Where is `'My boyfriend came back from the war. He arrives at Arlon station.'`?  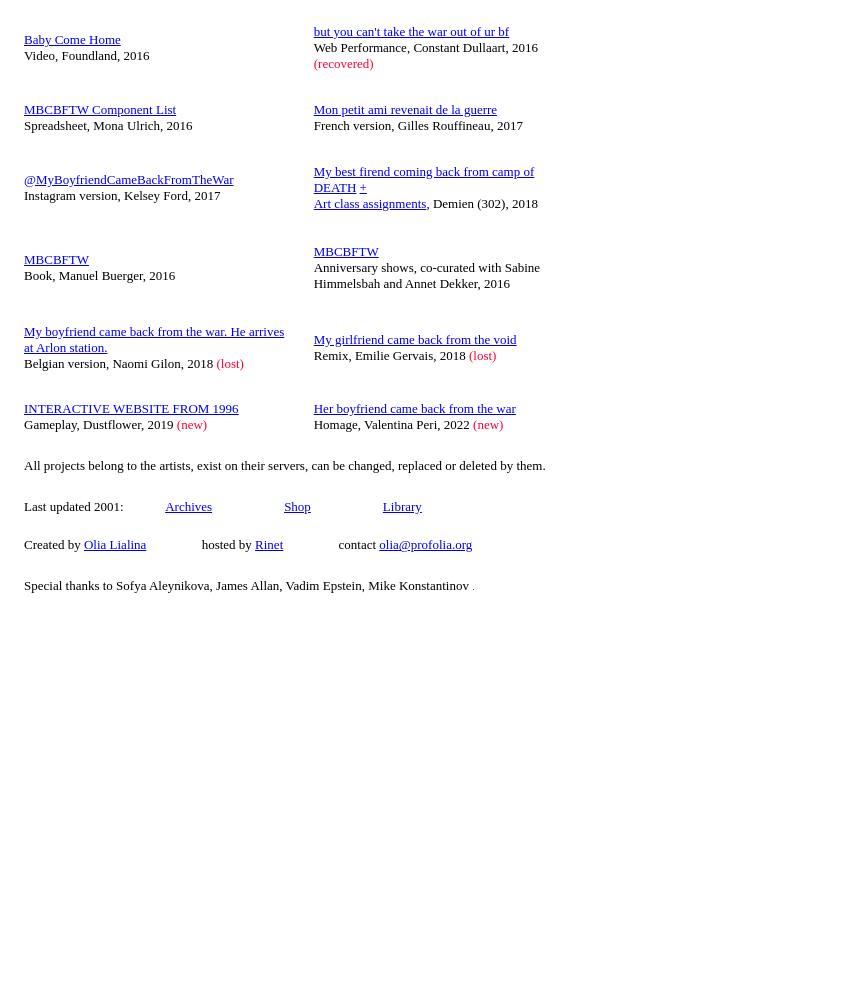 'My boyfriend came back from the war. He arrives at Arlon station.' is located at coordinates (154, 337).